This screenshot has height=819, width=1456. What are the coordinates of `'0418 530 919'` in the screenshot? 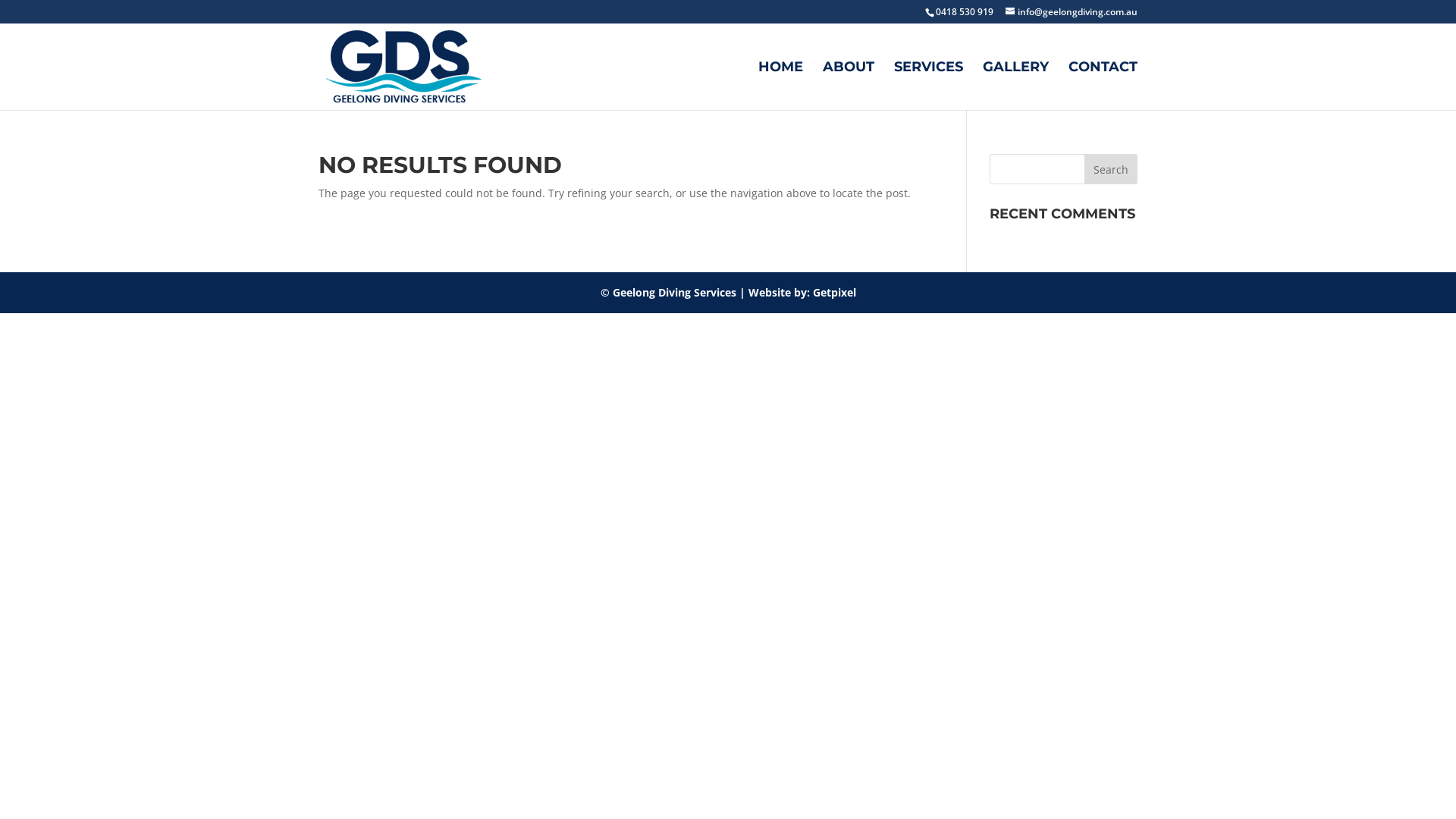 It's located at (924, 11).